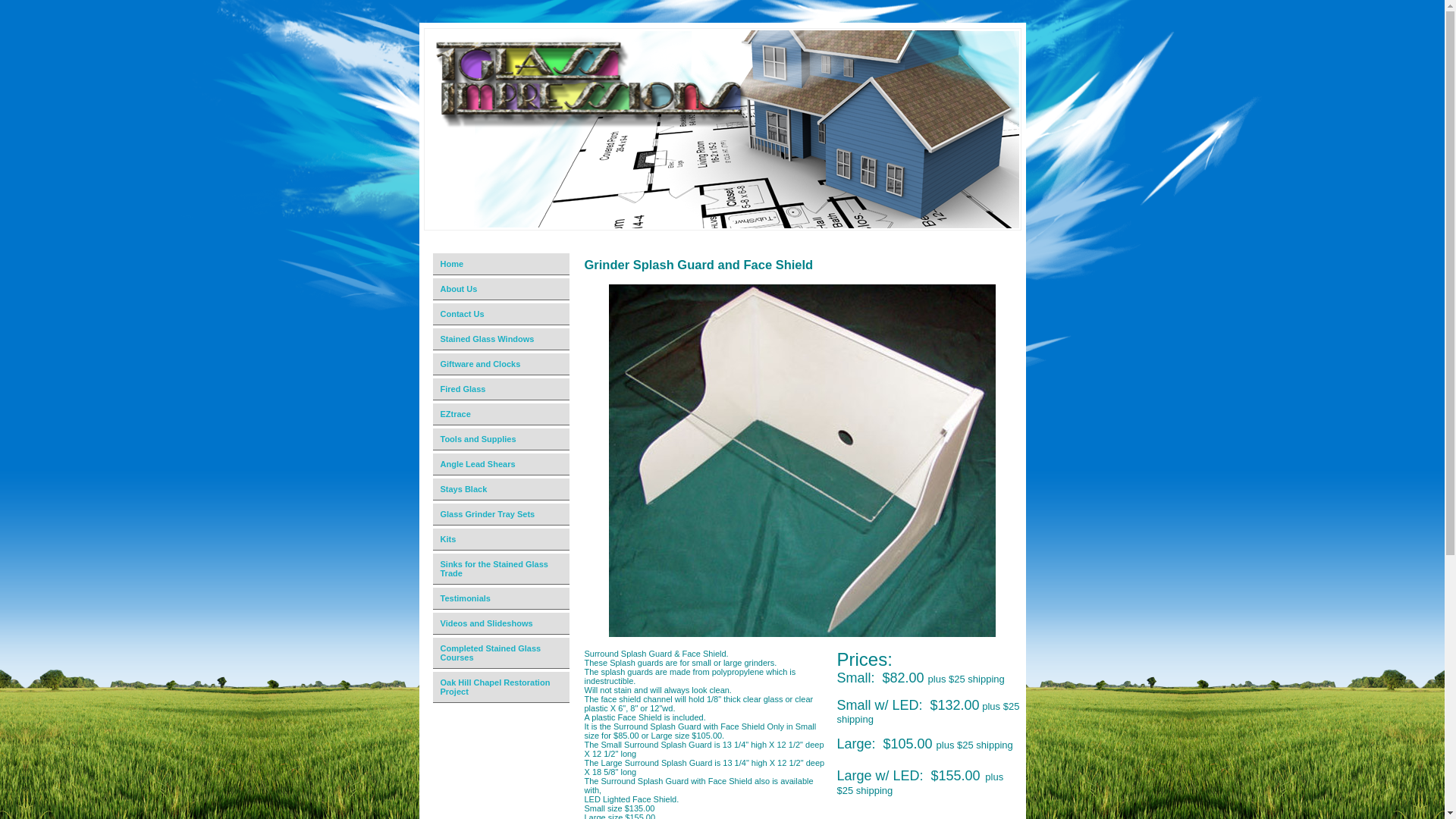 The image size is (1456, 819). What do you see at coordinates (502, 463) in the screenshot?
I see `'Angle Lead Shears'` at bounding box center [502, 463].